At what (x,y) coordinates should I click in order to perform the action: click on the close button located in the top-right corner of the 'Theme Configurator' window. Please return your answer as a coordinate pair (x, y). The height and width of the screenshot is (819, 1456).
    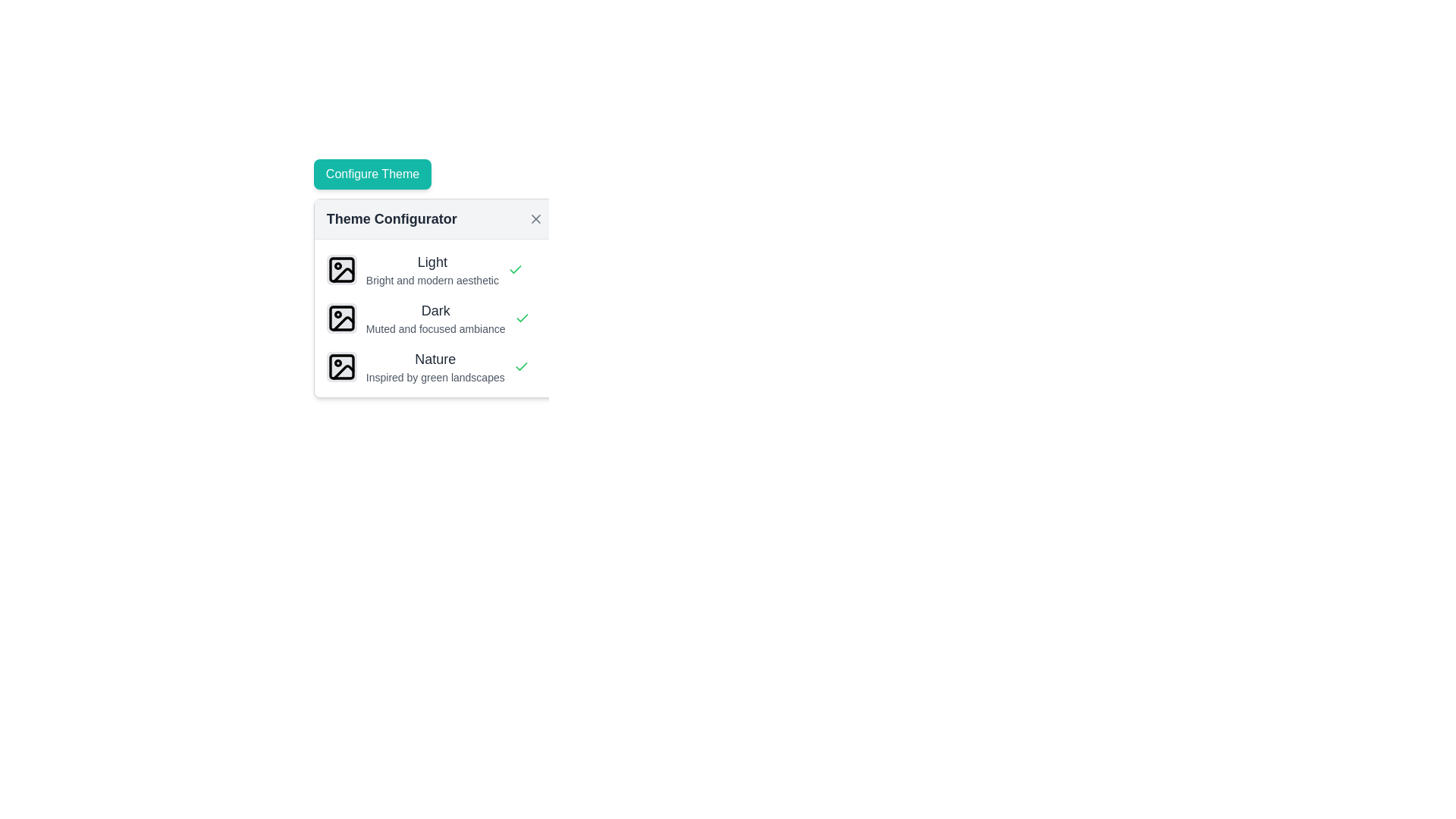
    Looking at the image, I should click on (535, 219).